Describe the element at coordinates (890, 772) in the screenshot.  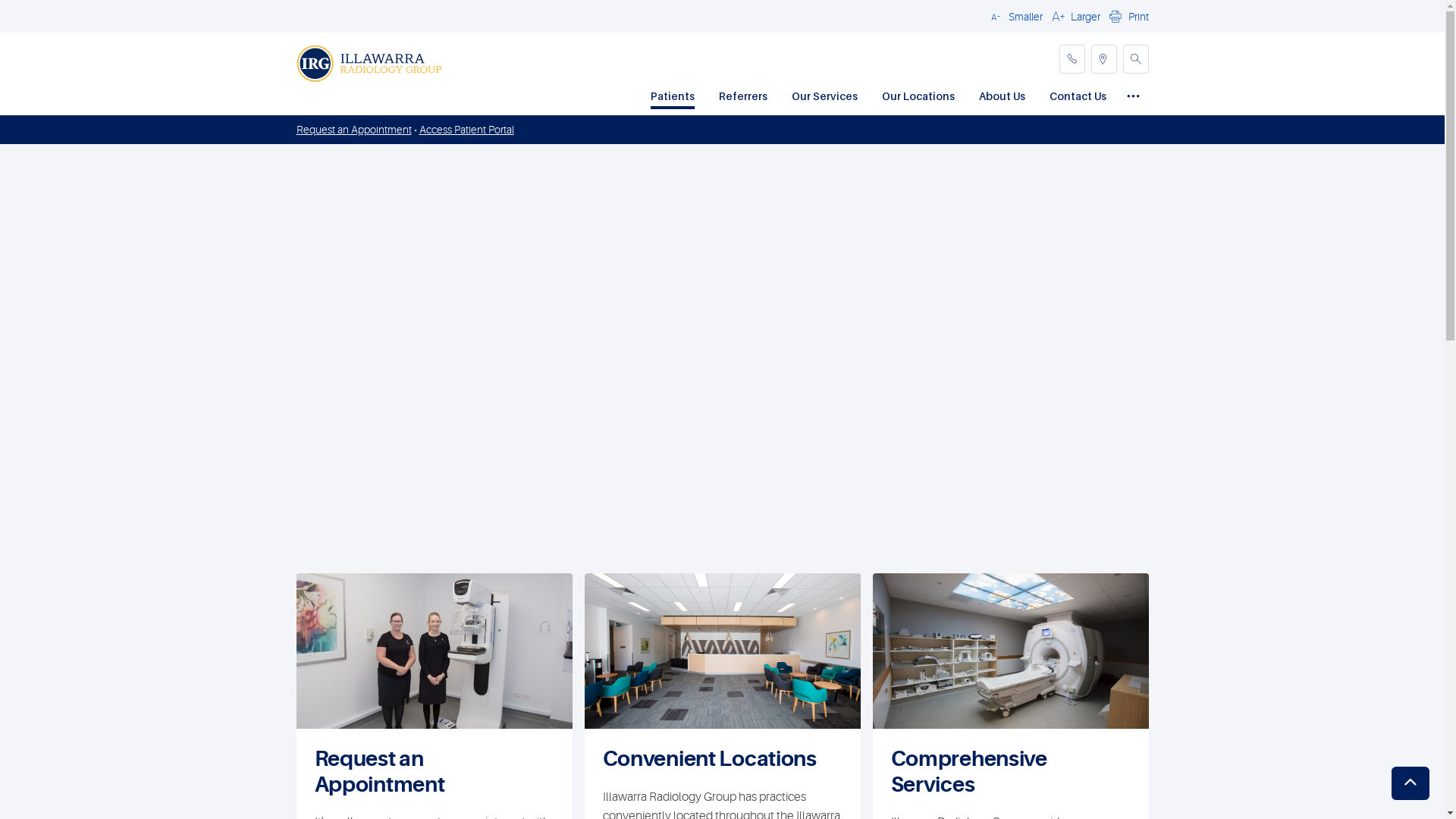
I see `'Comprehensive Services'` at that location.